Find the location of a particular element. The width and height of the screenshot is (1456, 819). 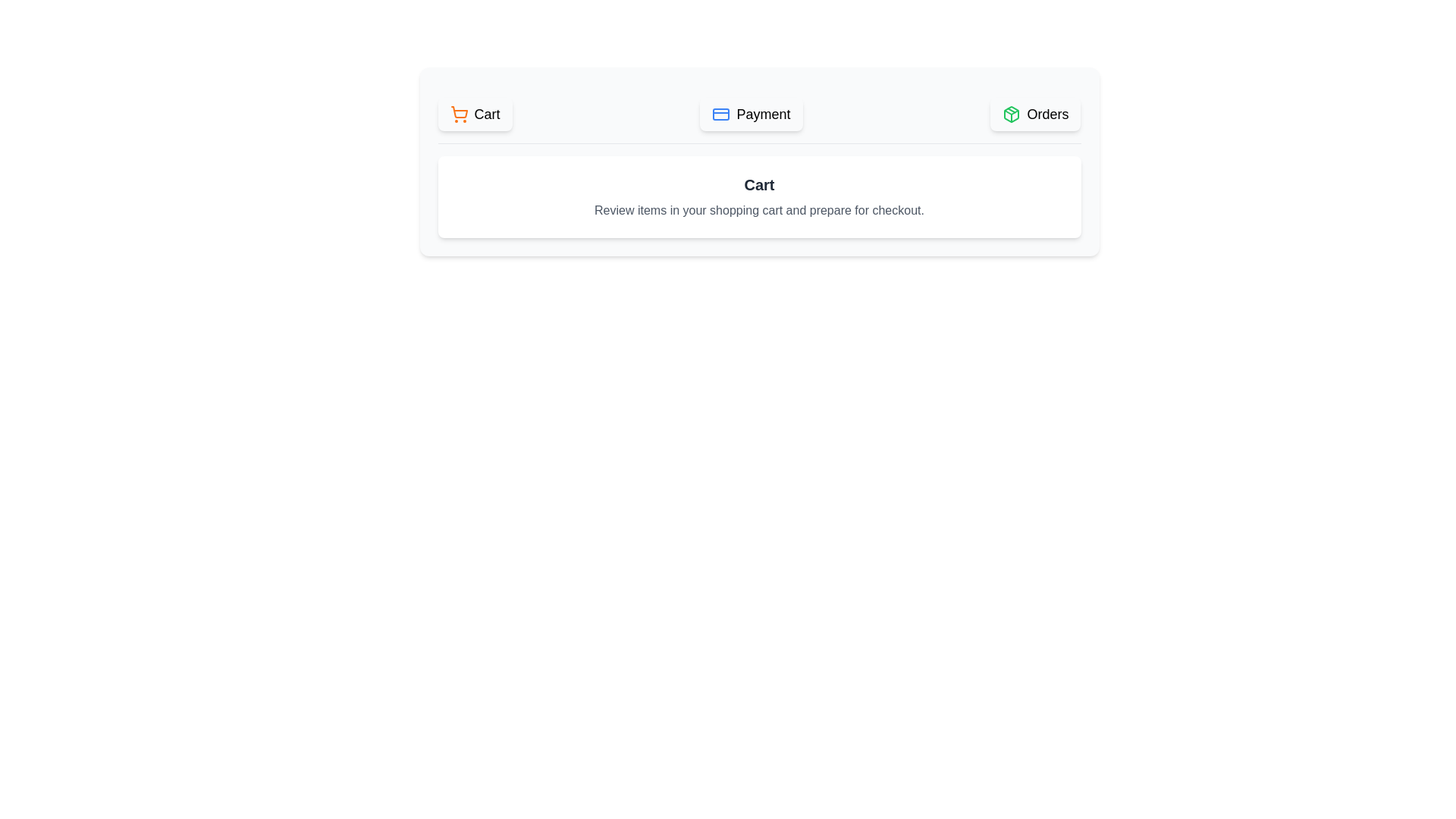

the Payment tab to activate it is located at coordinates (751, 113).